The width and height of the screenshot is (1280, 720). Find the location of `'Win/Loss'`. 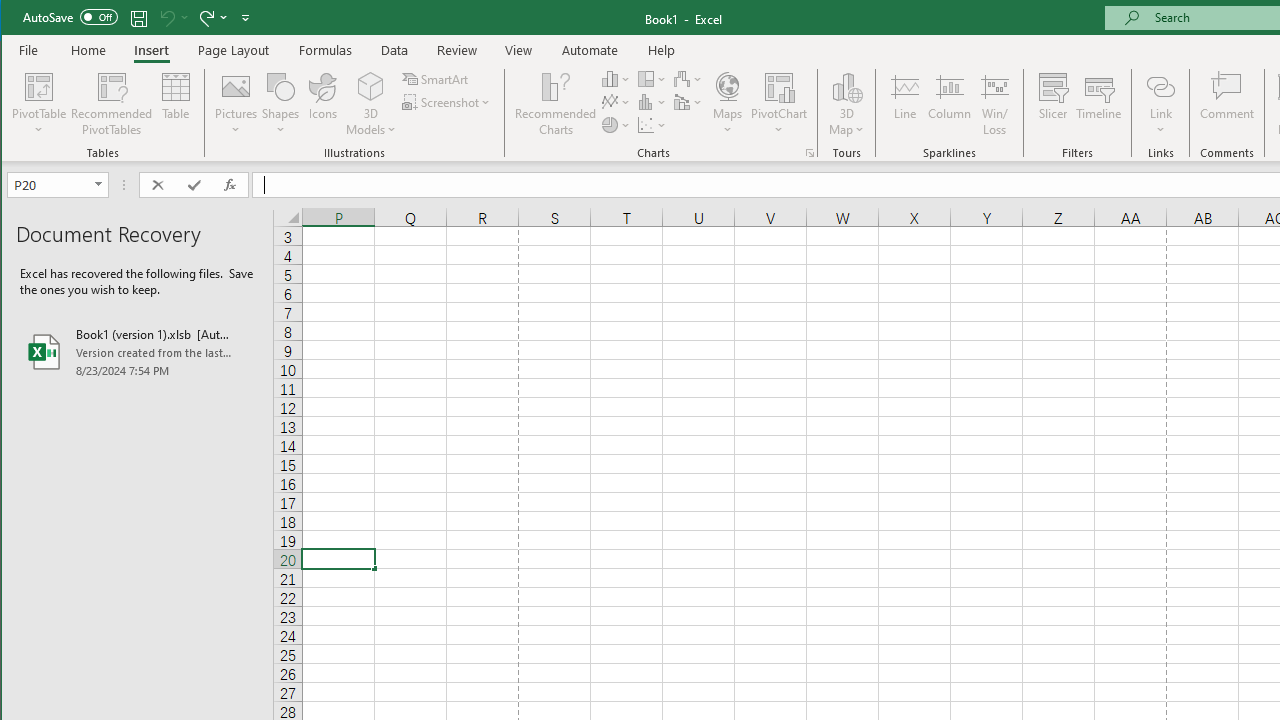

'Win/Loss' is located at coordinates (995, 104).